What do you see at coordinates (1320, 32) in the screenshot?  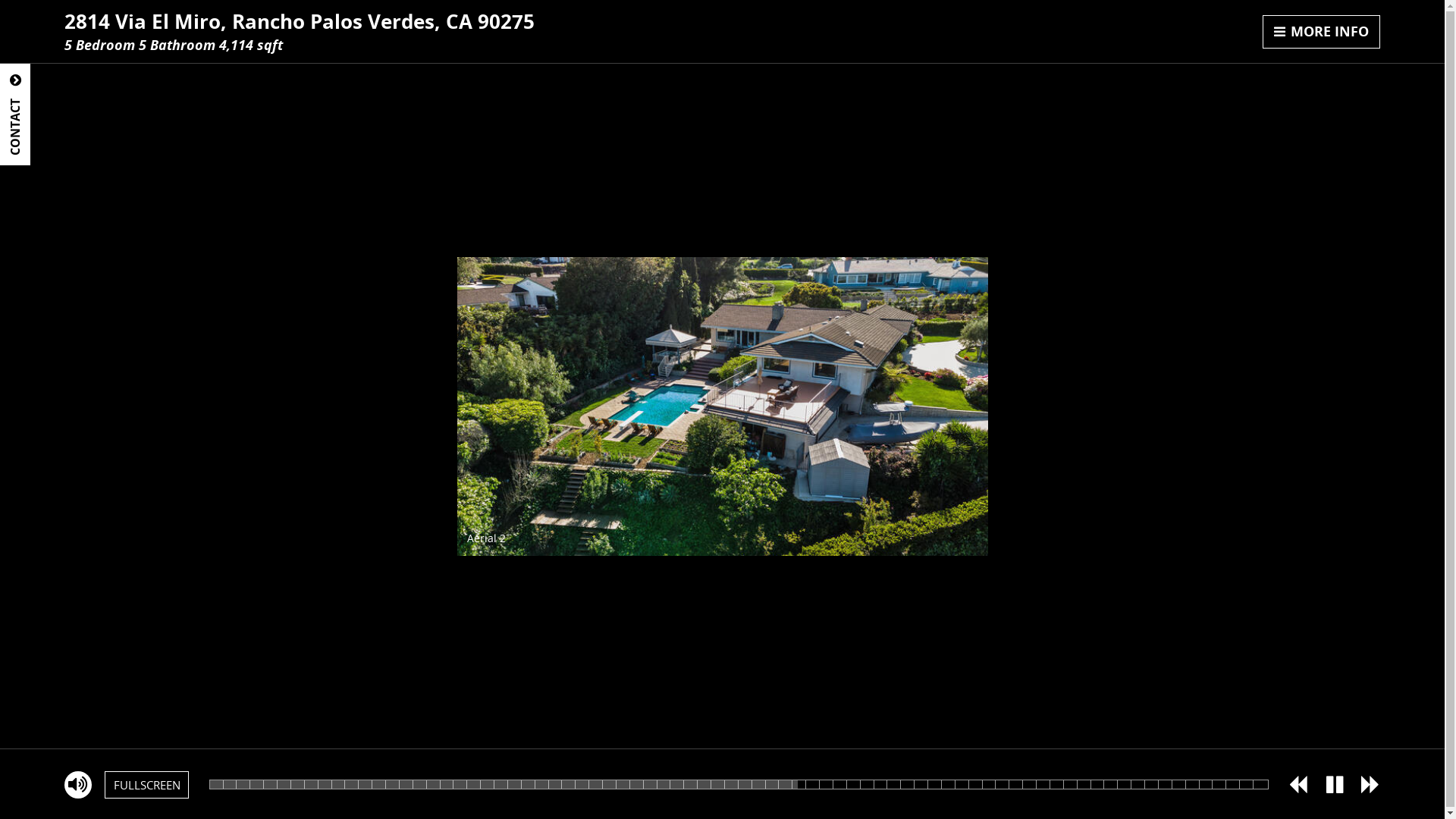 I see `'MORE INFO'` at bounding box center [1320, 32].